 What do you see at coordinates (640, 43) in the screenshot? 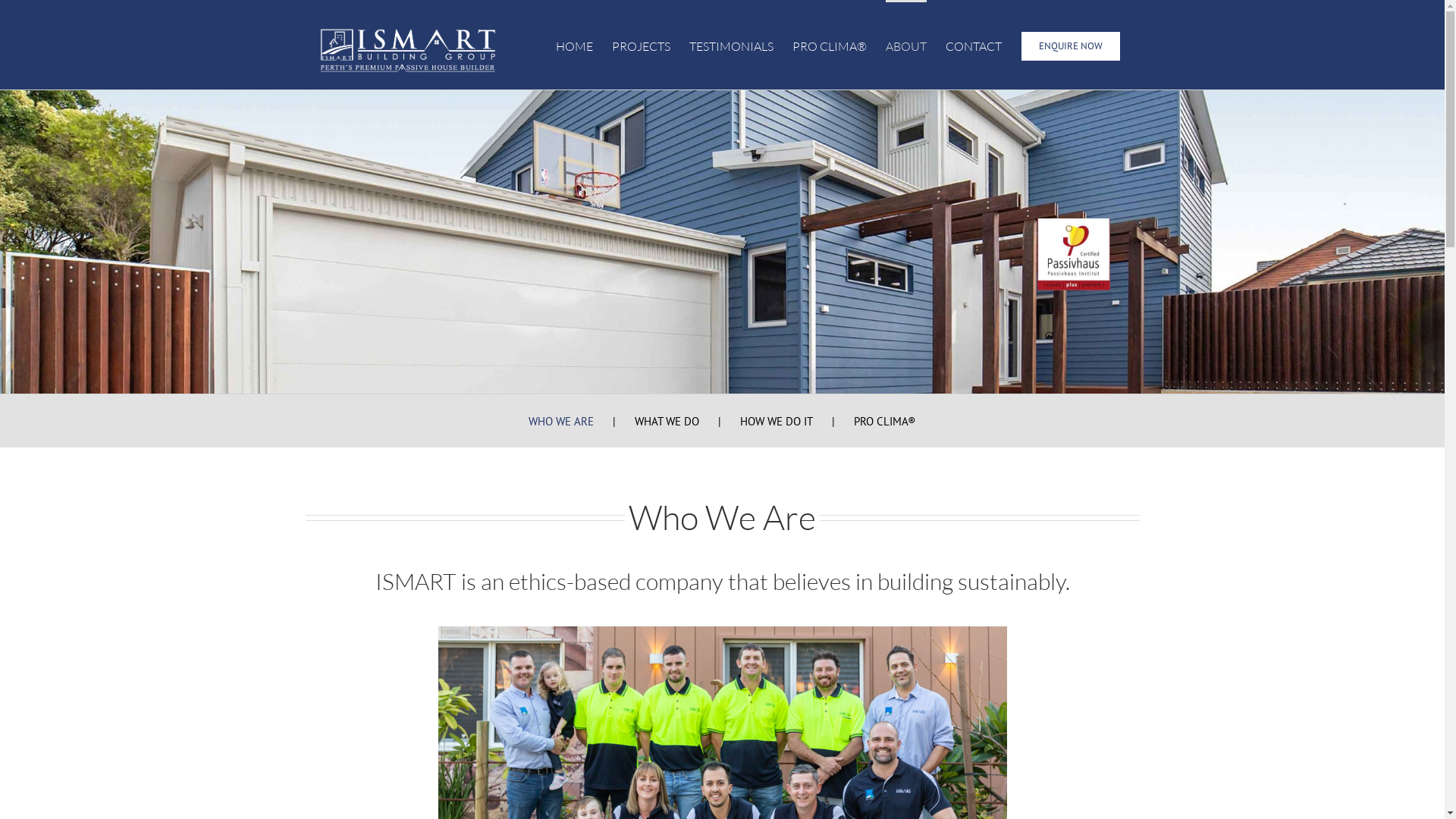
I see `'PROJECTS'` at bounding box center [640, 43].